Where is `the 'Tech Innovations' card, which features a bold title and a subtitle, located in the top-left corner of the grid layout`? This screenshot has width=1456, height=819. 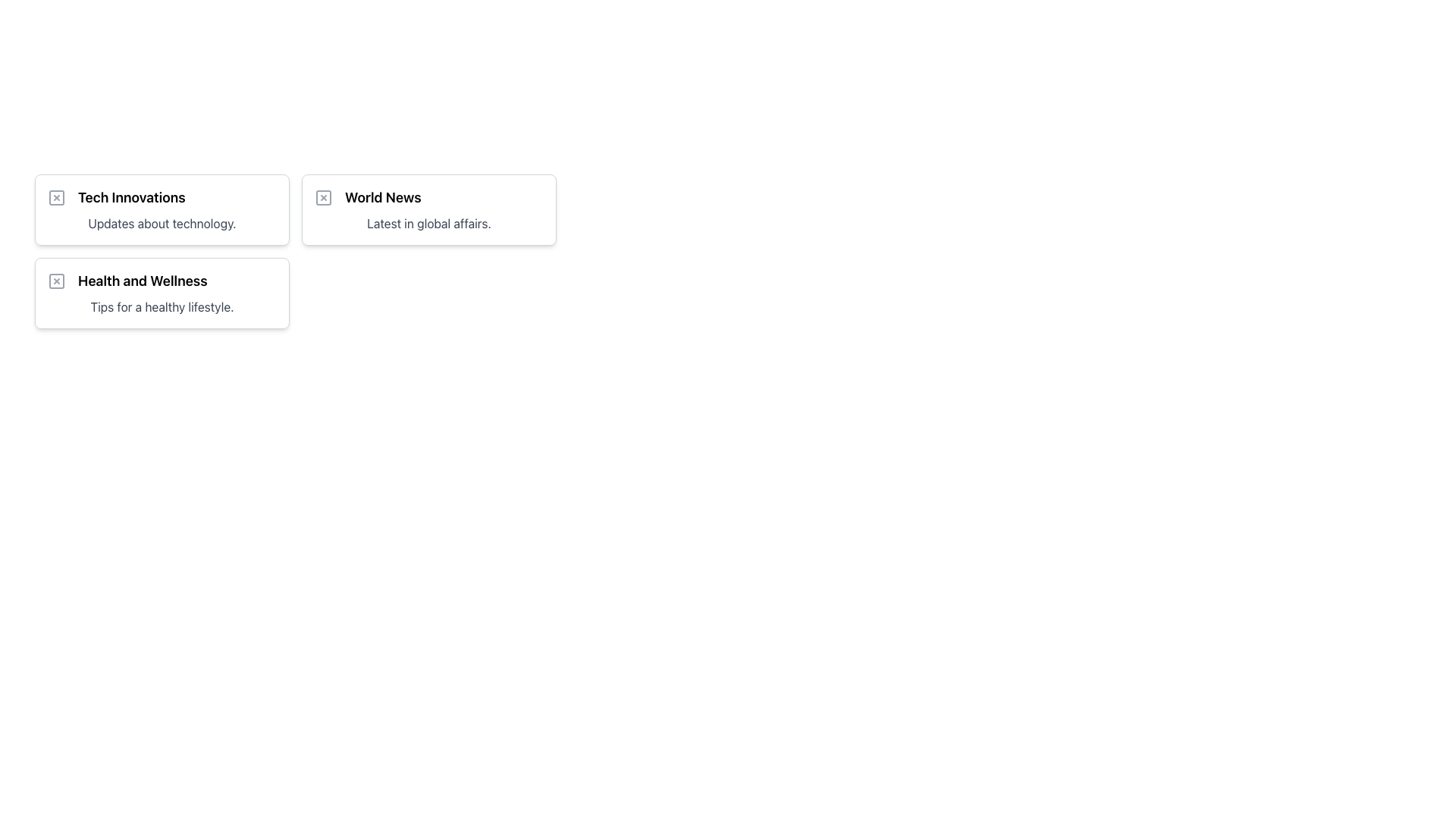 the 'Tech Innovations' card, which features a bold title and a subtitle, located in the top-left corner of the grid layout is located at coordinates (162, 210).